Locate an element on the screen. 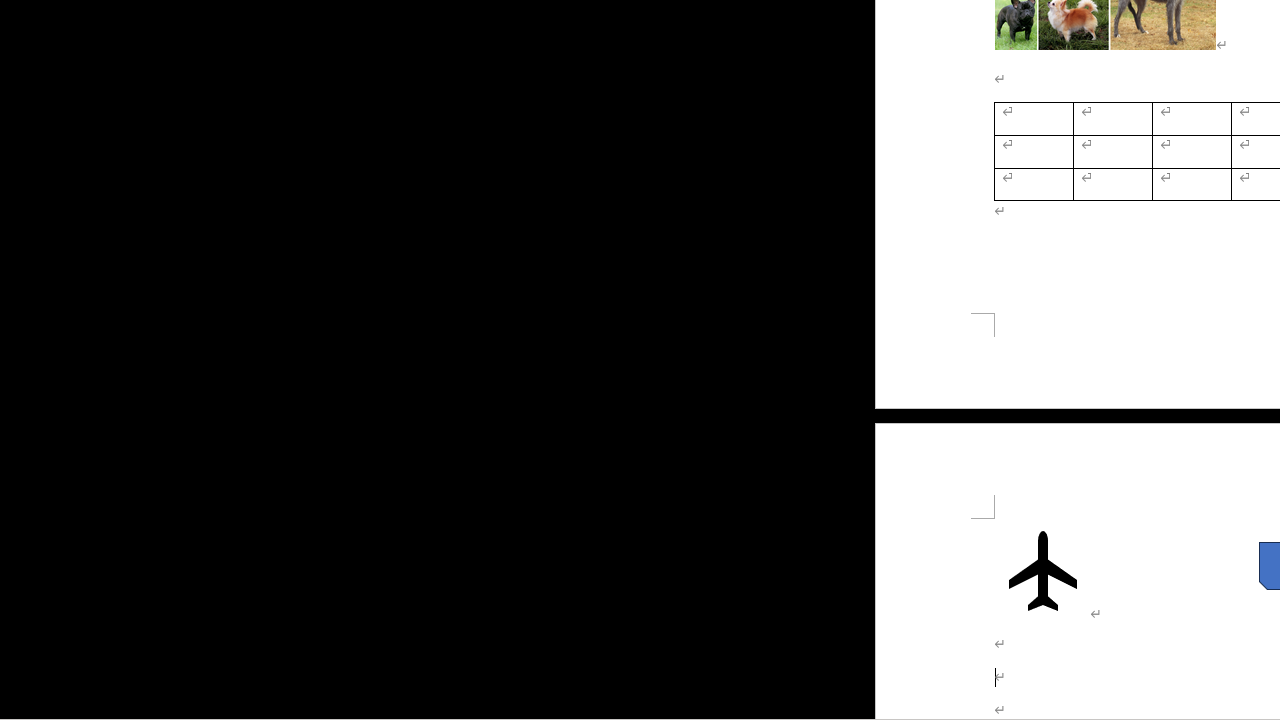 This screenshot has width=1280, height=720. 'Airplane with solid fill' is located at coordinates (1041, 570).